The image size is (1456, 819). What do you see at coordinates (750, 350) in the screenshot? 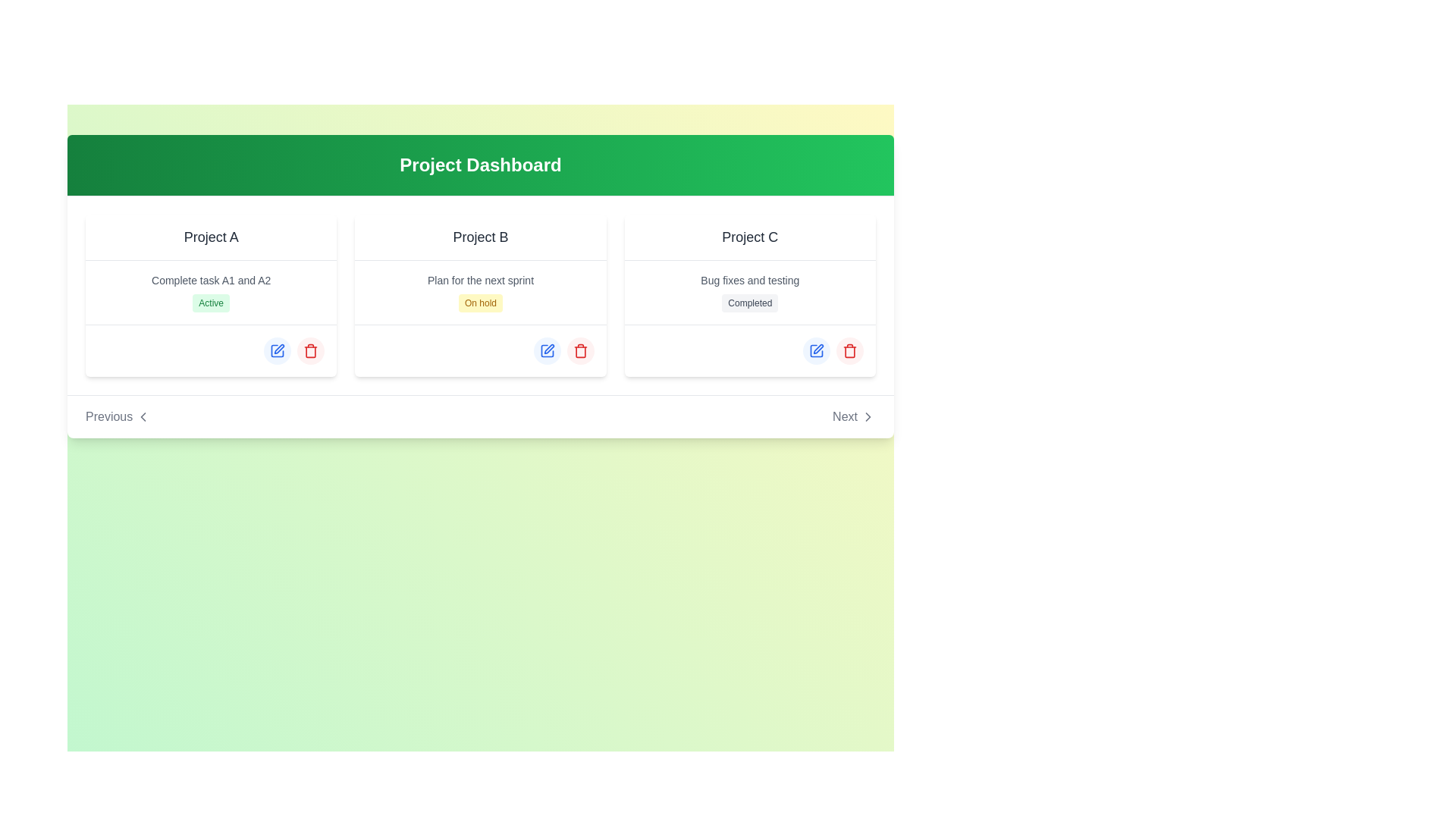
I see `the Action Panel located at the bottom of the 'Project C' card in the 'Project Dashboard'` at bounding box center [750, 350].